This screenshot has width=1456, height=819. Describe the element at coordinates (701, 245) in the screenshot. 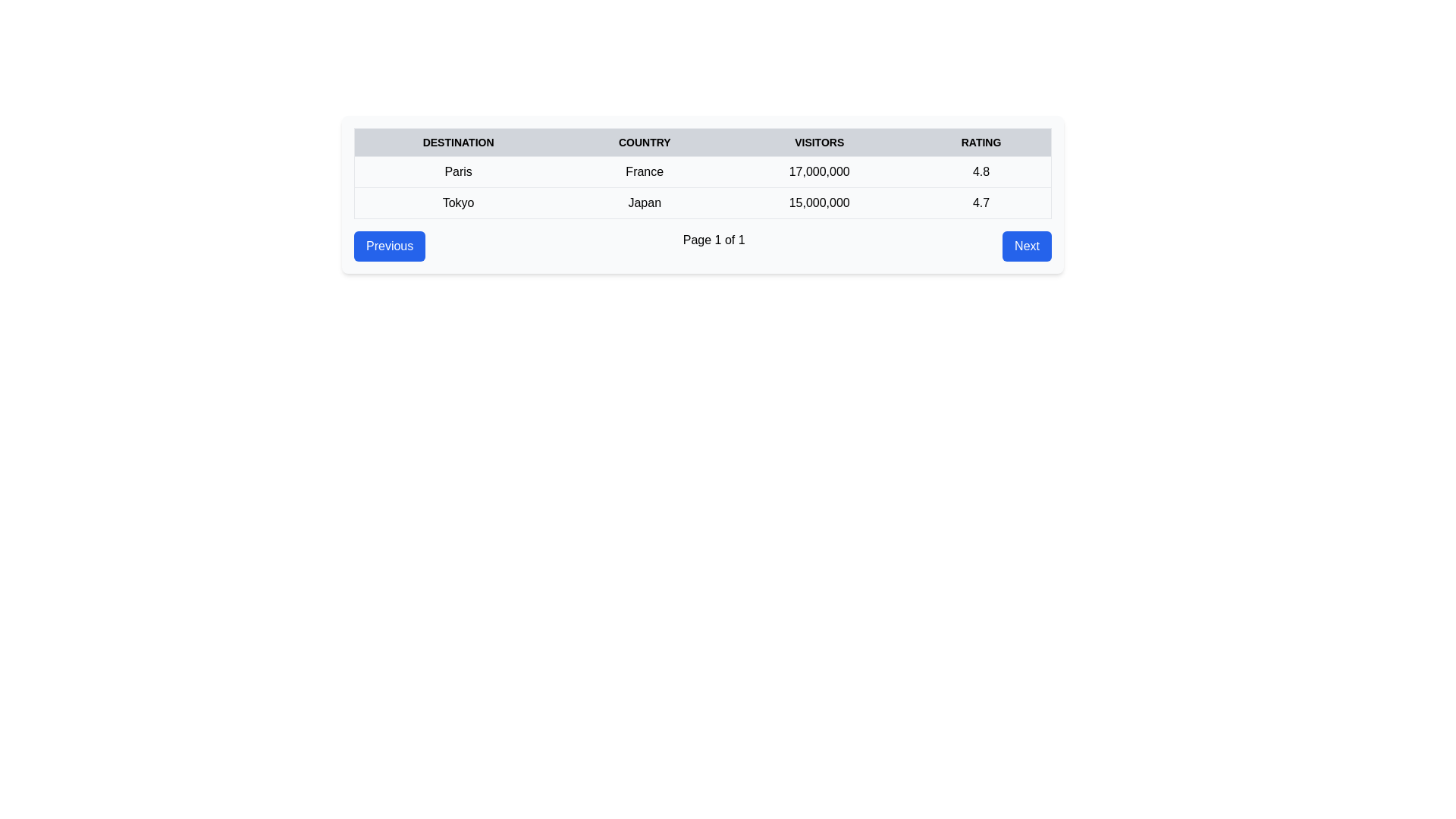

I see `'Page 1 of 1' text label in the center of the Pagination control to understand the current page number` at that location.